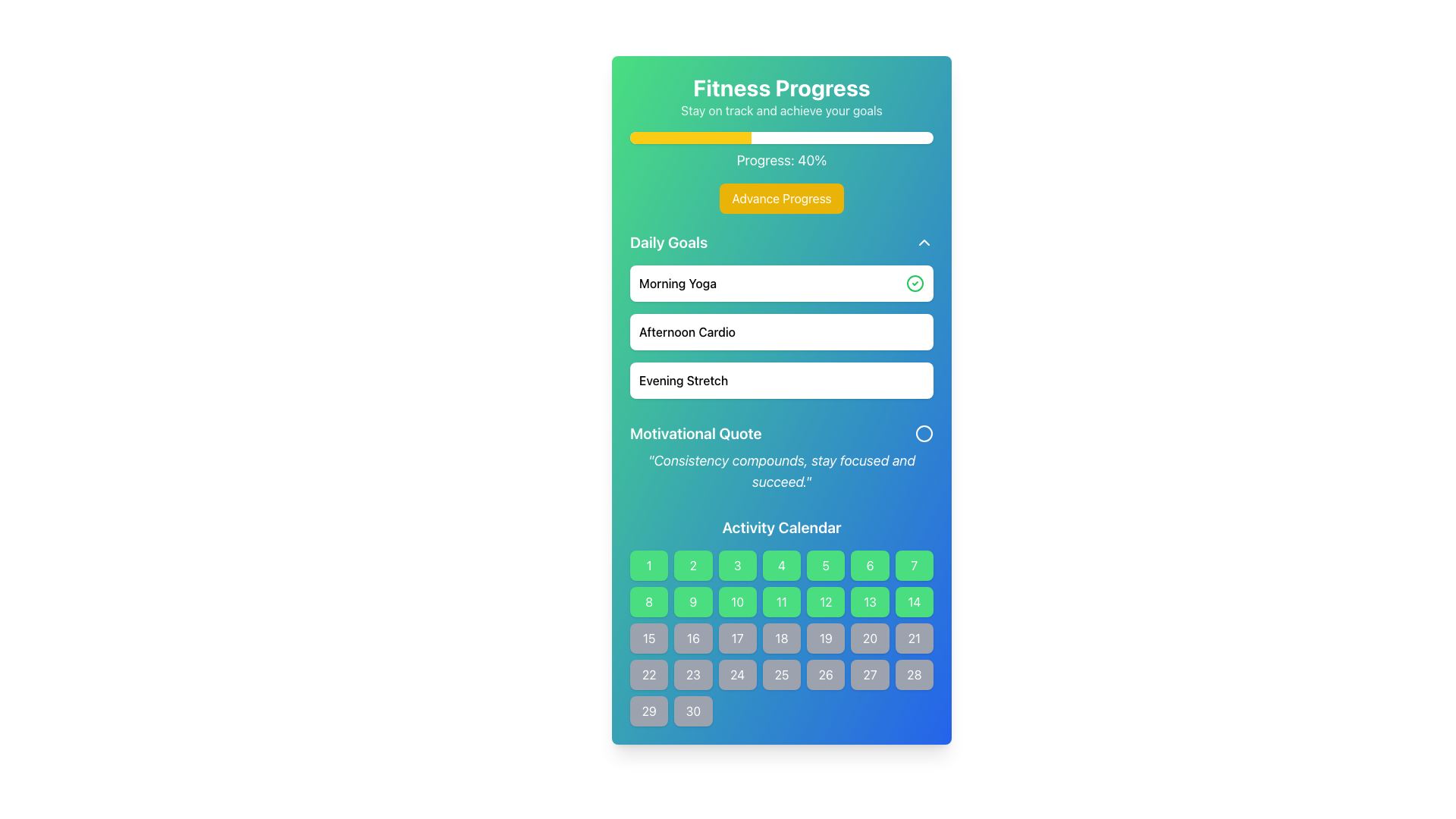 The image size is (1456, 819). What do you see at coordinates (686, 331) in the screenshot?
I see `text label that displays 'Afternoon Cardio', located within the second item of the 'Daily Goals' list` at bounding box center [686, 331].